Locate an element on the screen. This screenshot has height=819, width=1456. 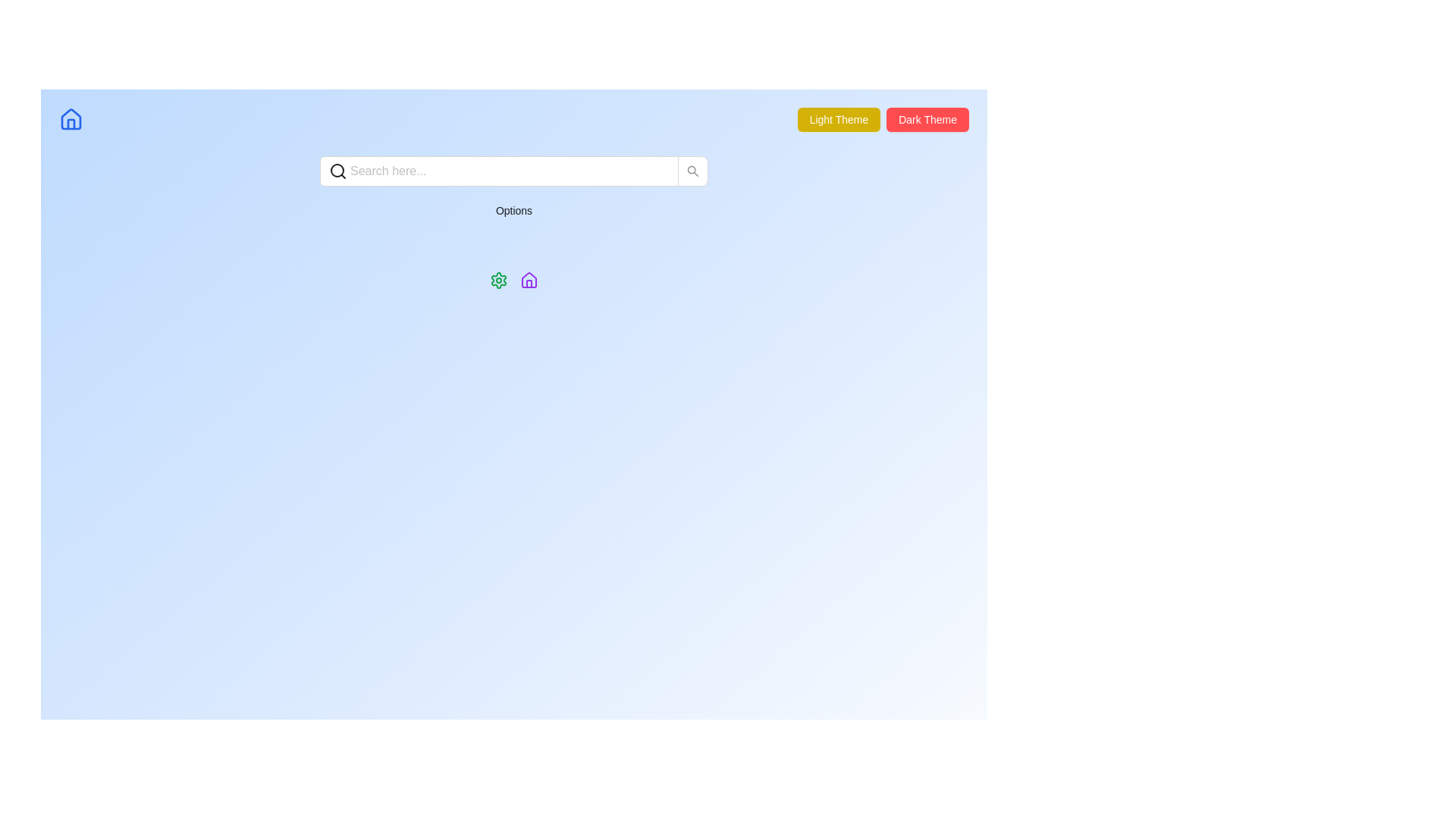
the search icon button (magnifying glass) located on the right side of the search bar is located at coordinates (692, 171).